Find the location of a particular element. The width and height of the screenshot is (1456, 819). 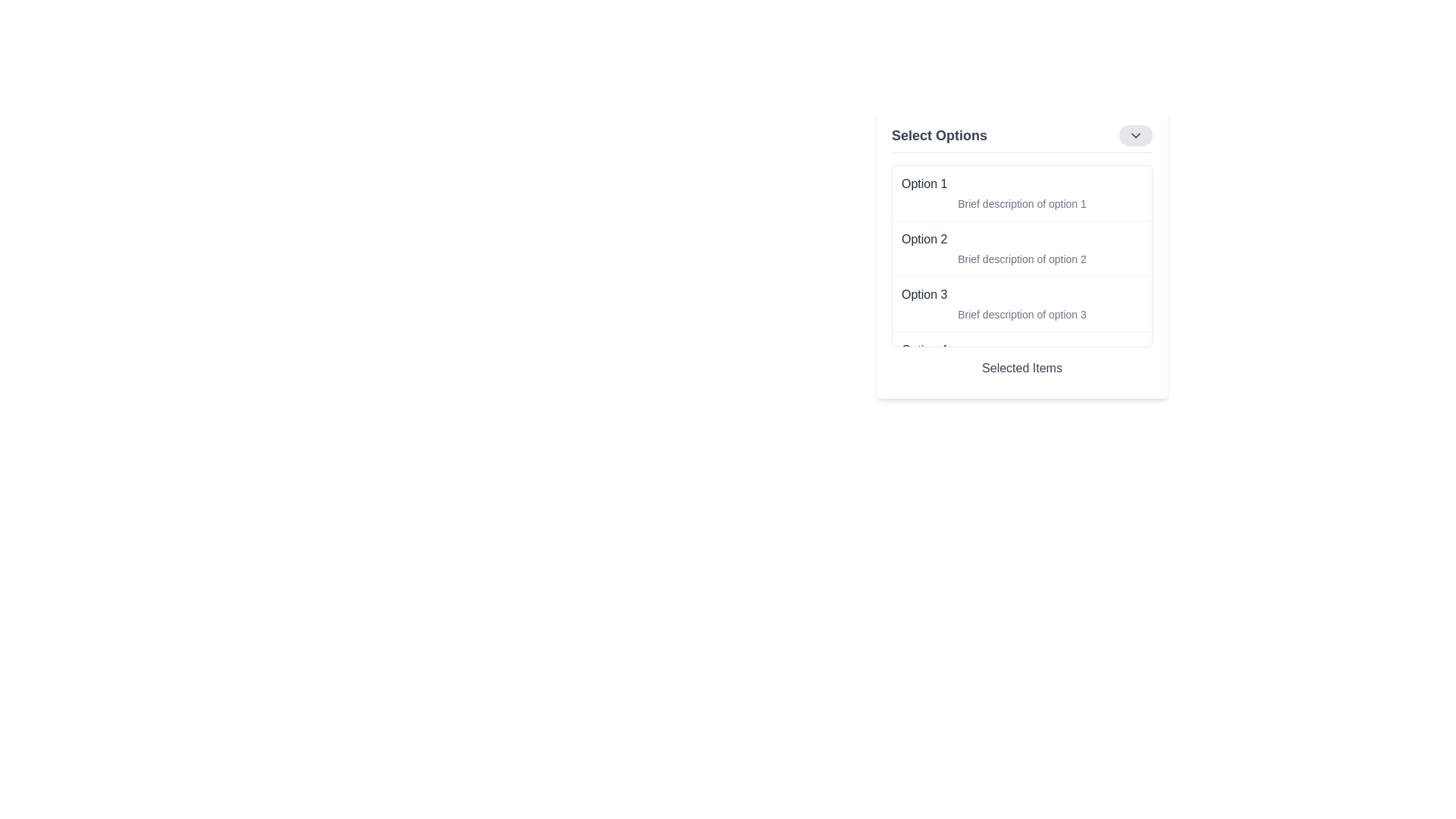

the text element styled in a smaller gray font located below 'Option 1' in the 'Select Options' dropdown menu is located at coordinates (1022, 203).